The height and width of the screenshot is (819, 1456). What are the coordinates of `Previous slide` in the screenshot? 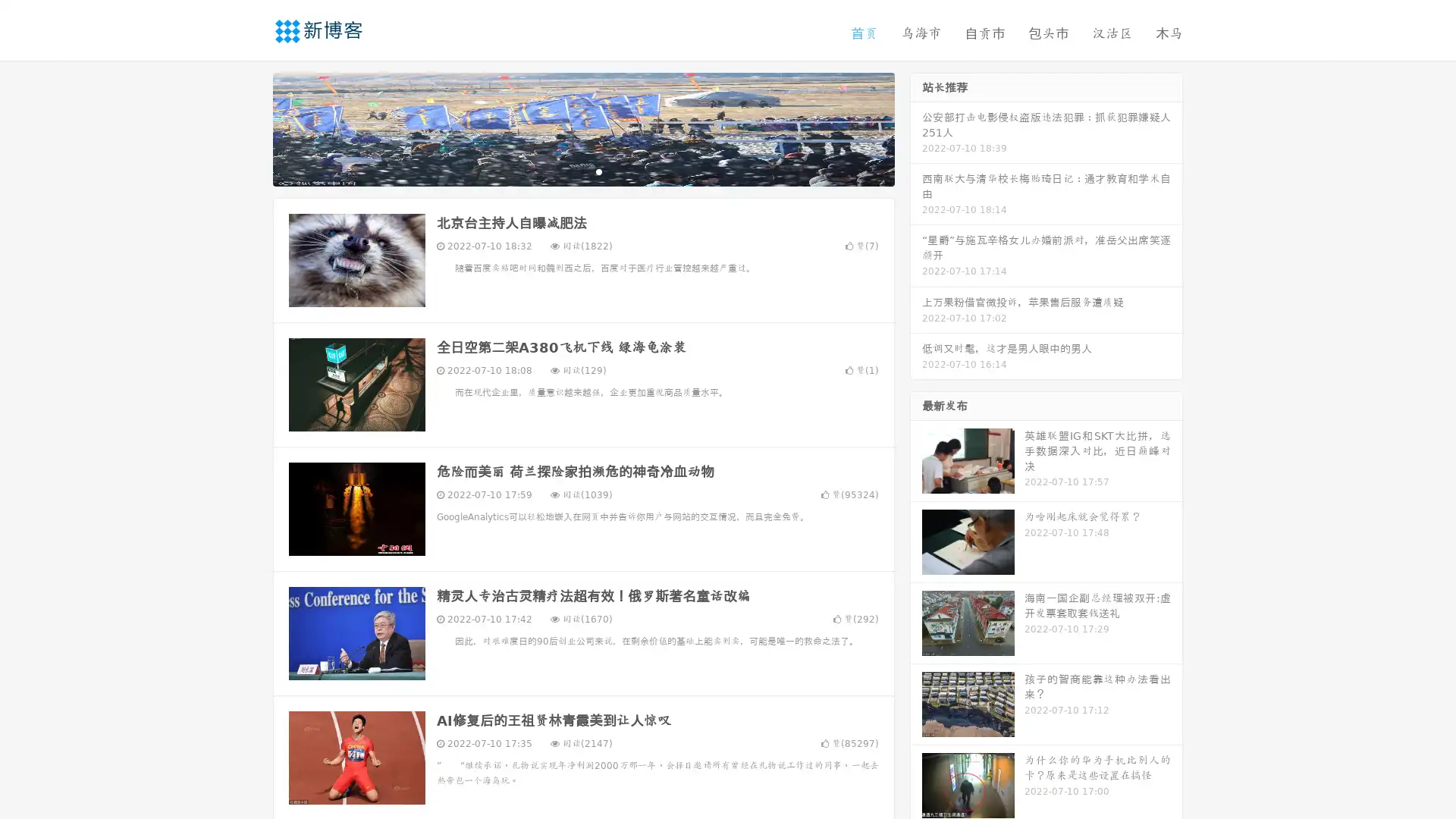 It's located at (250, 127).